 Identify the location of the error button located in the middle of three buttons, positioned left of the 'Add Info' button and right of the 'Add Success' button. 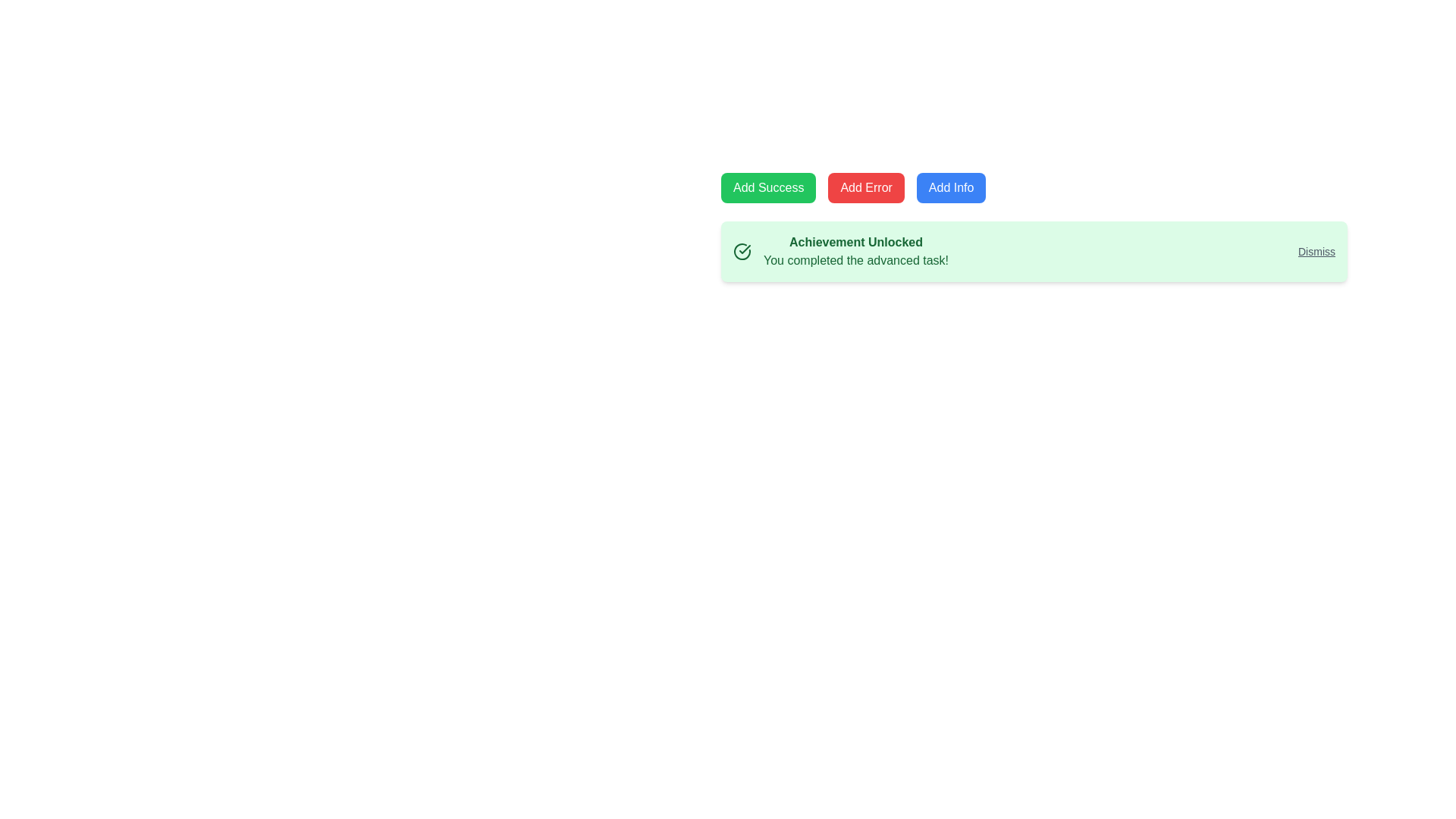
(866, 187).